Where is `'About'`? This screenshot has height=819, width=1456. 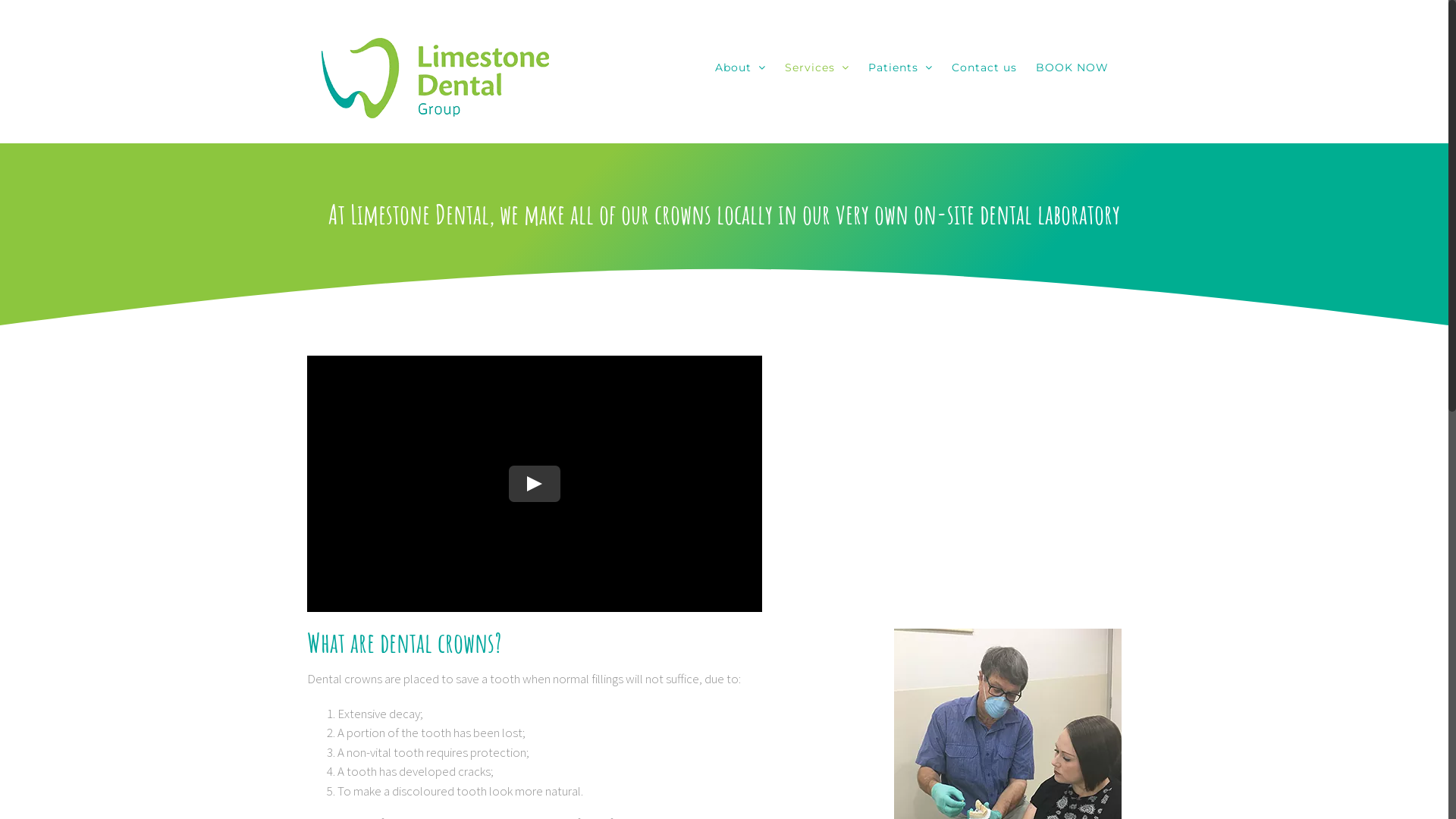
'About' is located at coordinates (713, 66).